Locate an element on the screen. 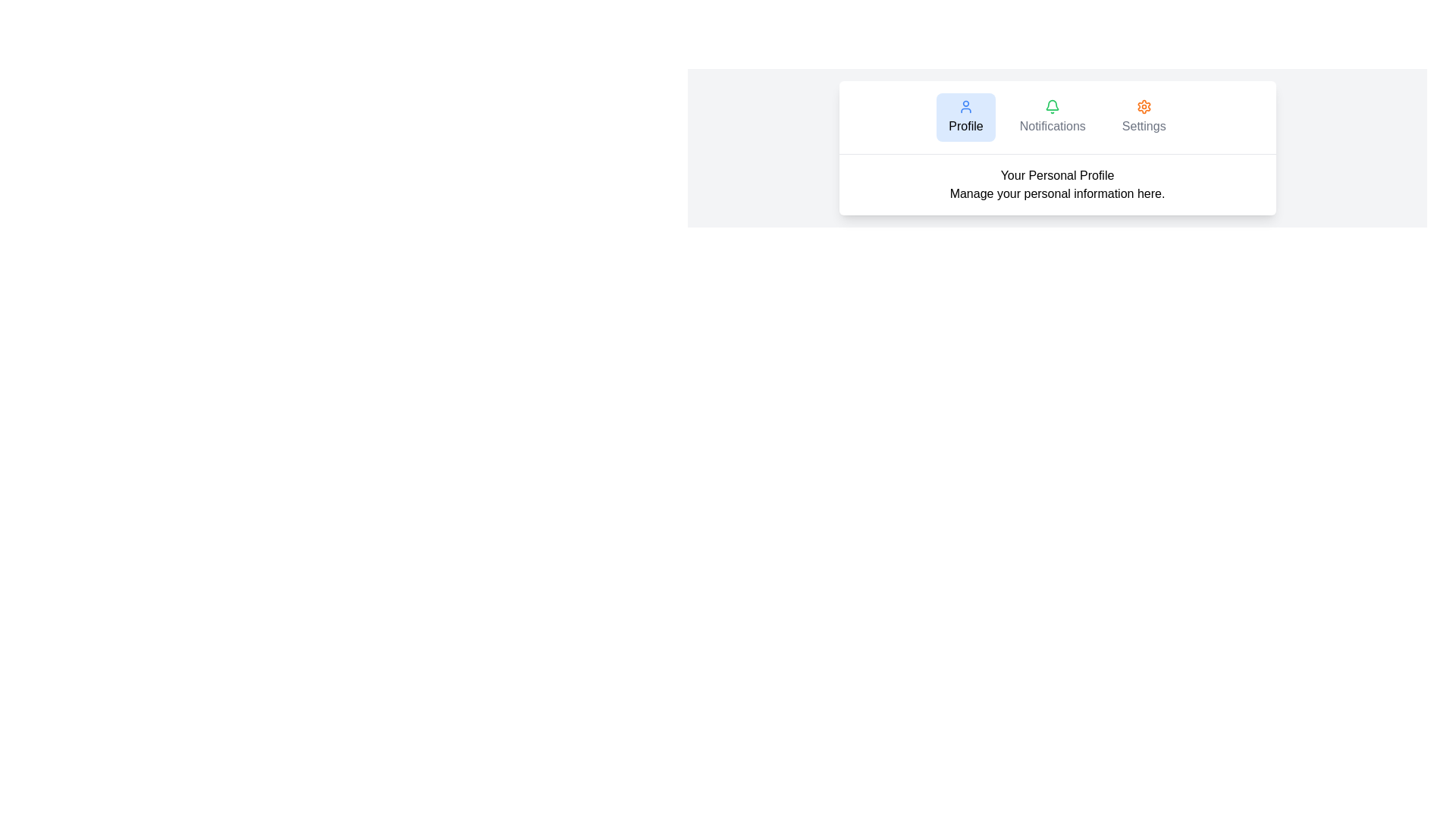 The height and width of the screenshot is (819, 1456). the tab Notifications by clicking on it is located at coordinates (1051, 116).